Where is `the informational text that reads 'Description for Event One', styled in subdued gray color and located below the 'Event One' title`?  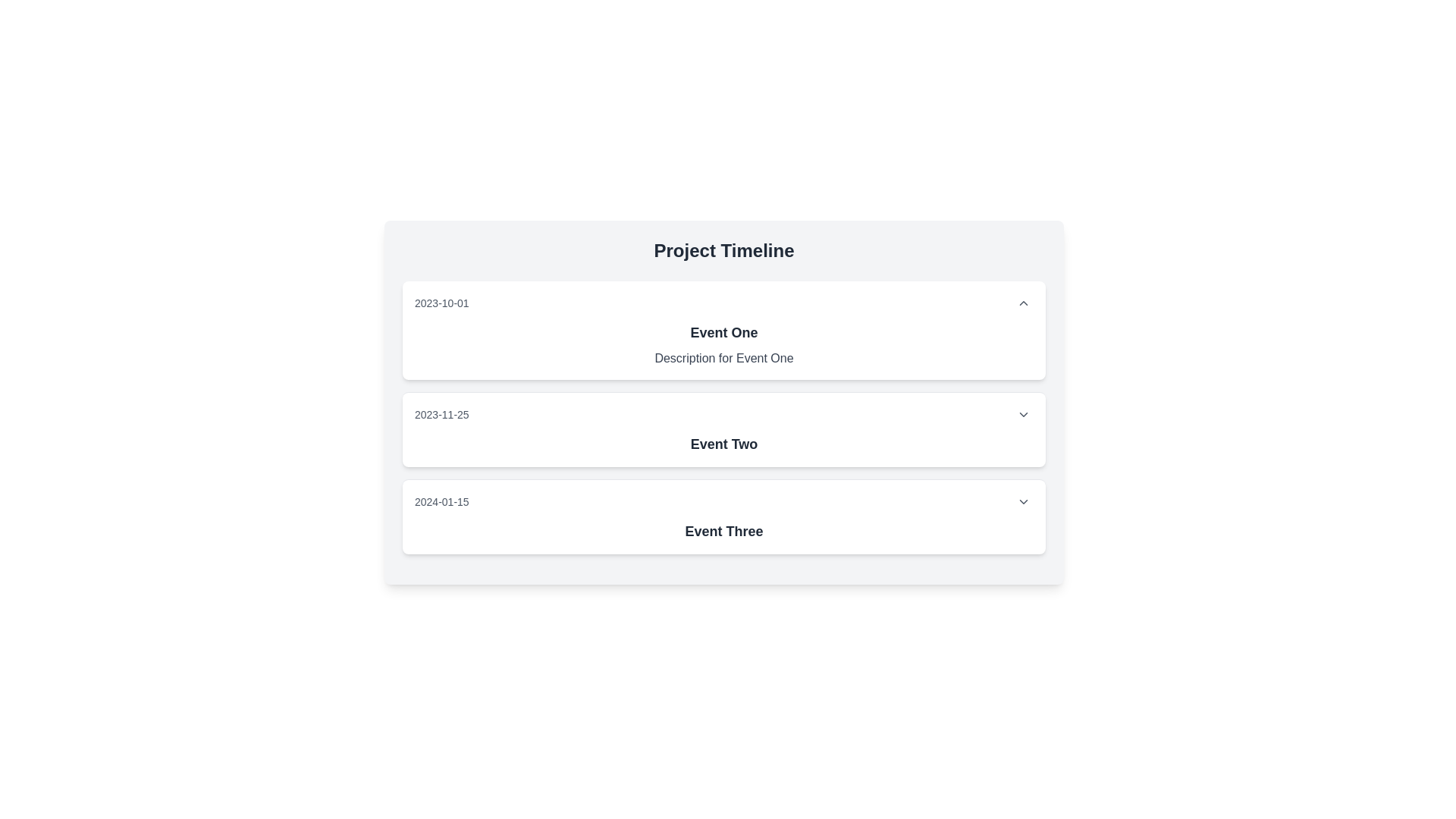 the informational text that reads 'Description for Event One', styled in subdued gray color and located below the 'Event One' title is located at coordinates (723, 359).